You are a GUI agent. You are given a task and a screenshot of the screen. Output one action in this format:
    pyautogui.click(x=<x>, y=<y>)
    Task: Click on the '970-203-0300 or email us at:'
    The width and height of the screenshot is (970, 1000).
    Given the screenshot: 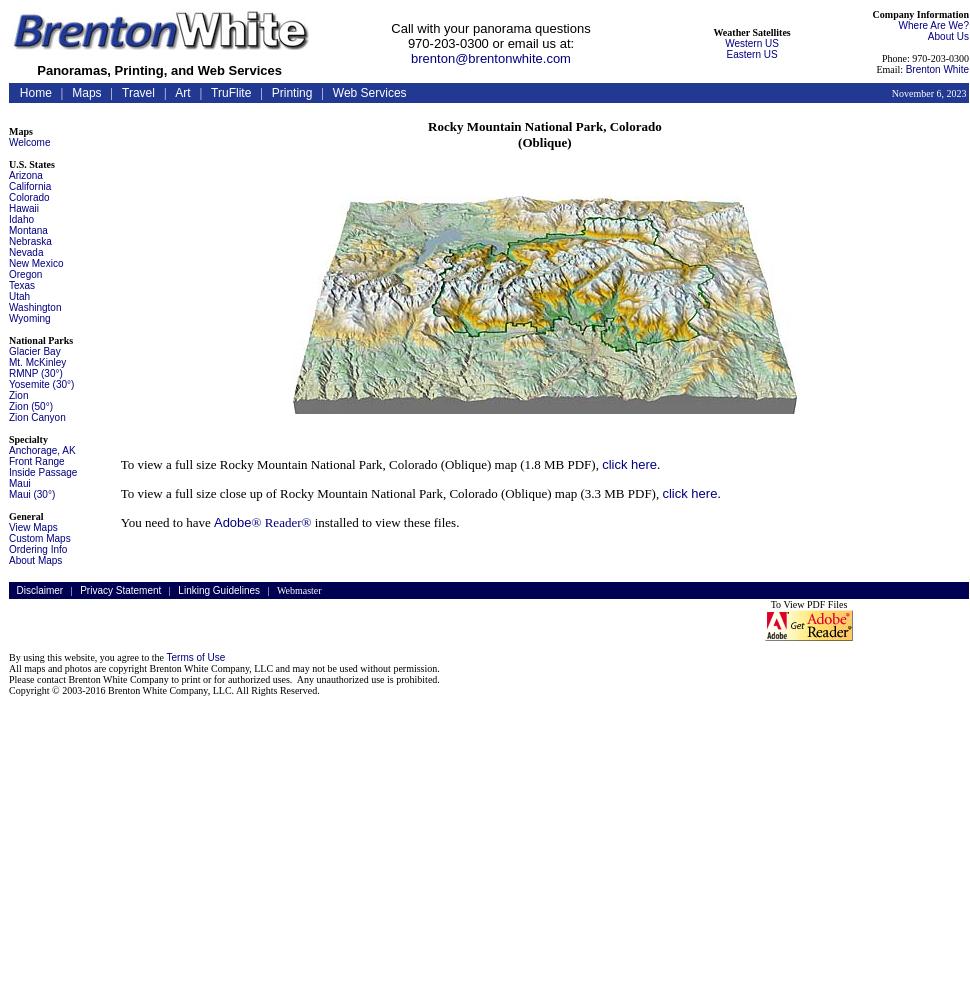 What is the action you would take?
    pyautogui.click(x=490, y=43)
    